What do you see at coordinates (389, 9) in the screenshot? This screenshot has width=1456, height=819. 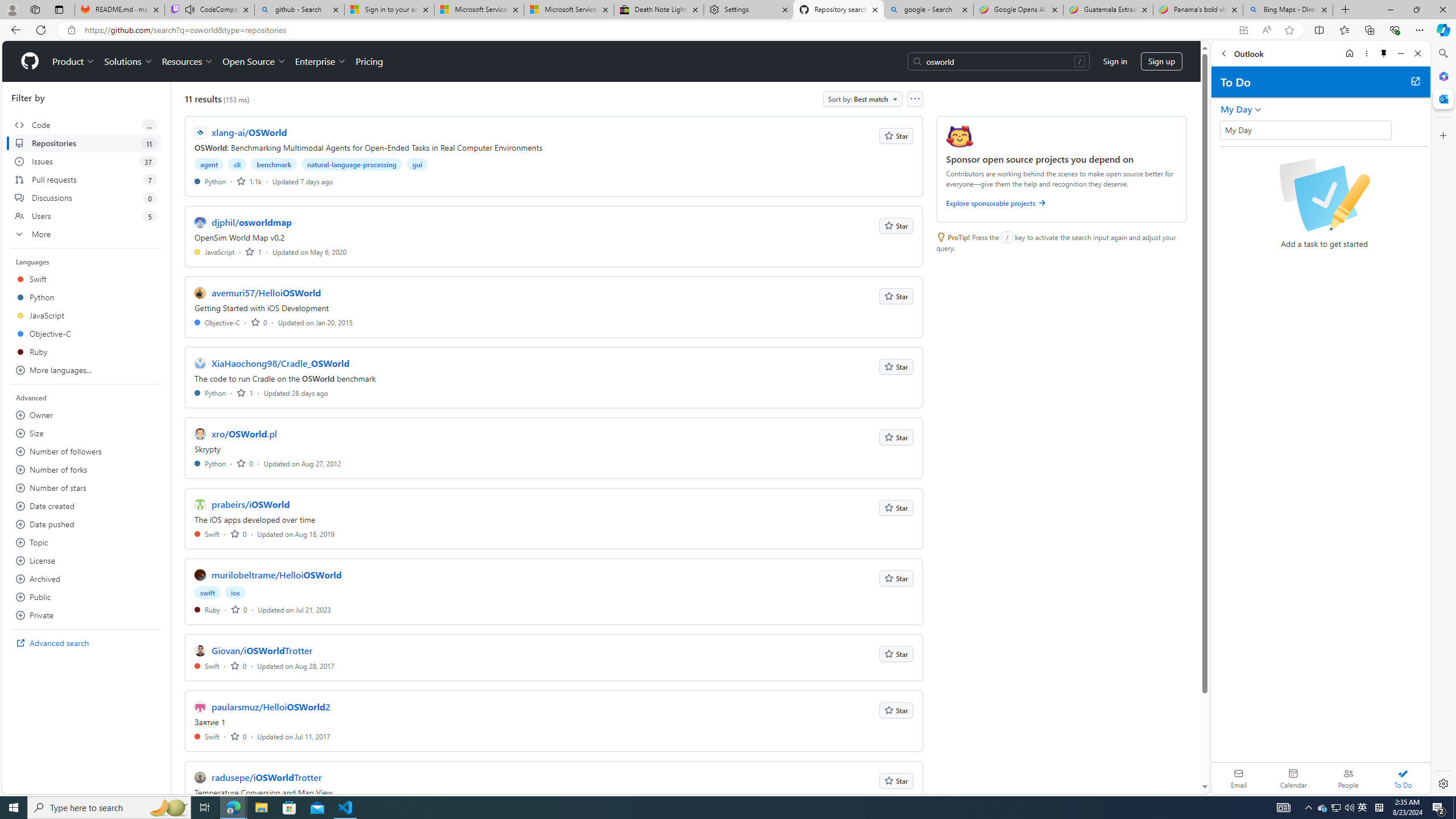 I see `'Sign in to your account'` at bounding box center [389, 9].